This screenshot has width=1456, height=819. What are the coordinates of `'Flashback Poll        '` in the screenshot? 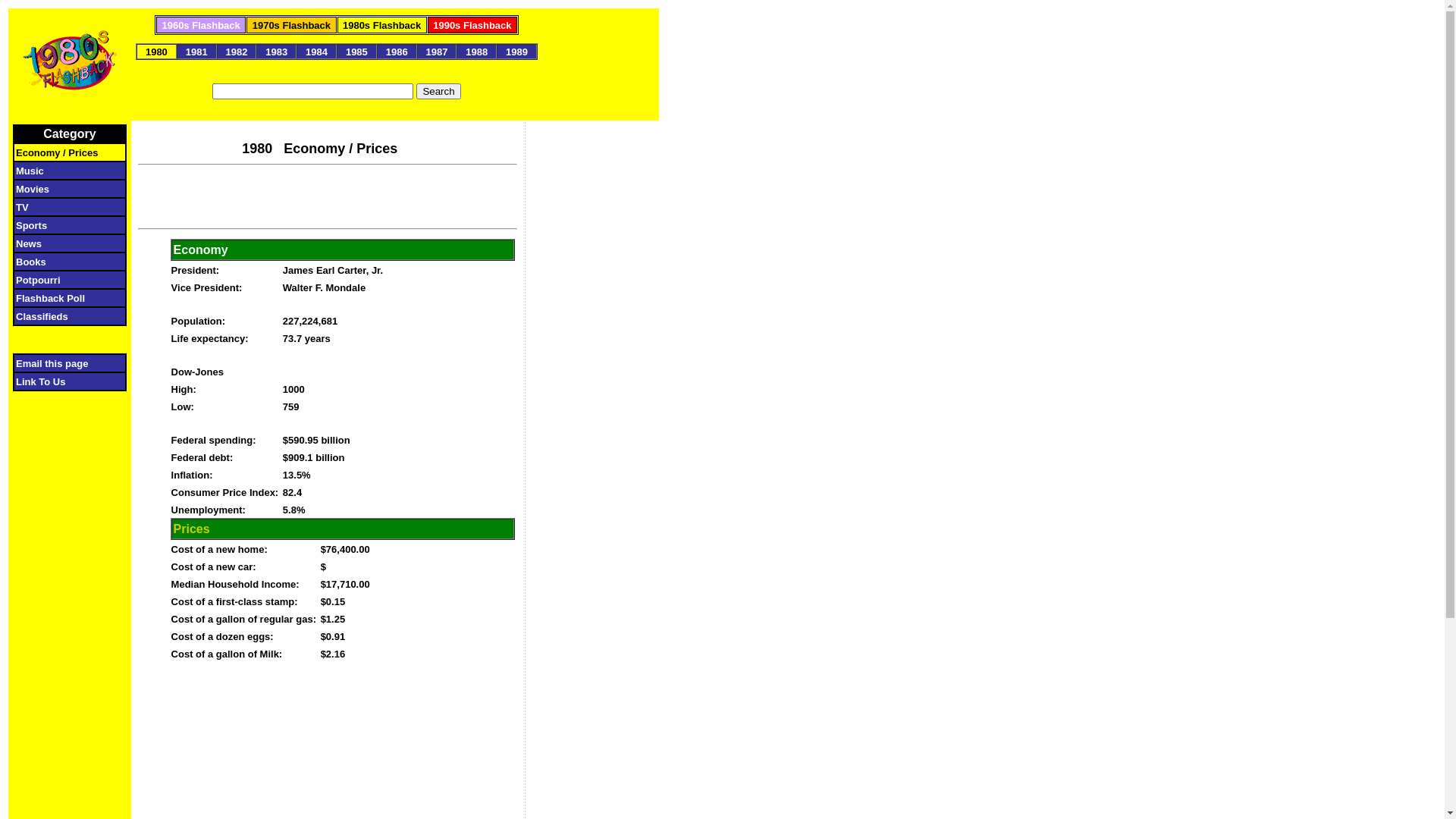 It's located at (15, 297).